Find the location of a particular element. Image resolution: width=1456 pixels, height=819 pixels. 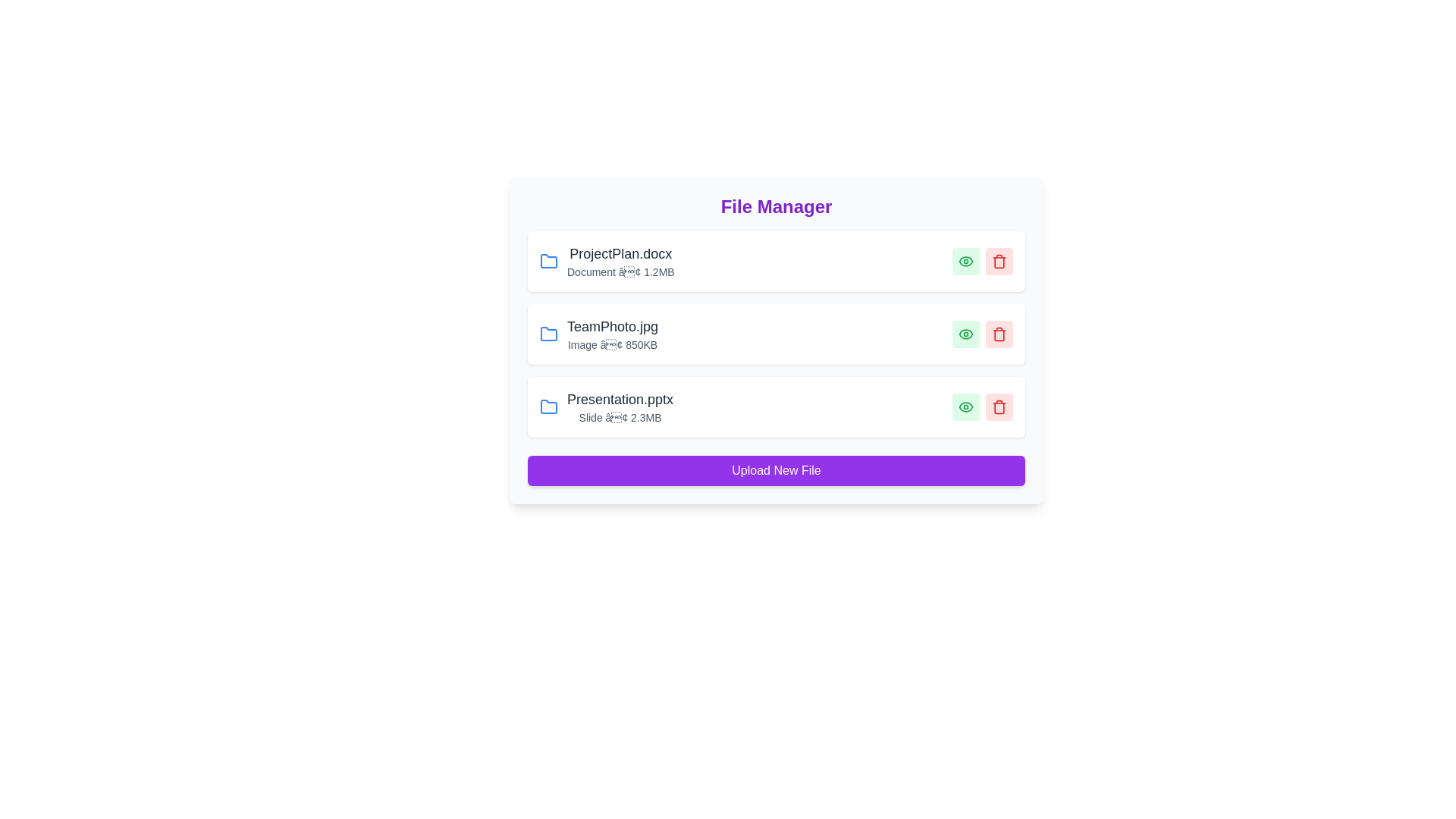

the file name TeamPhoto.jpg to edit or rename it is located at coordinates (613, 326).